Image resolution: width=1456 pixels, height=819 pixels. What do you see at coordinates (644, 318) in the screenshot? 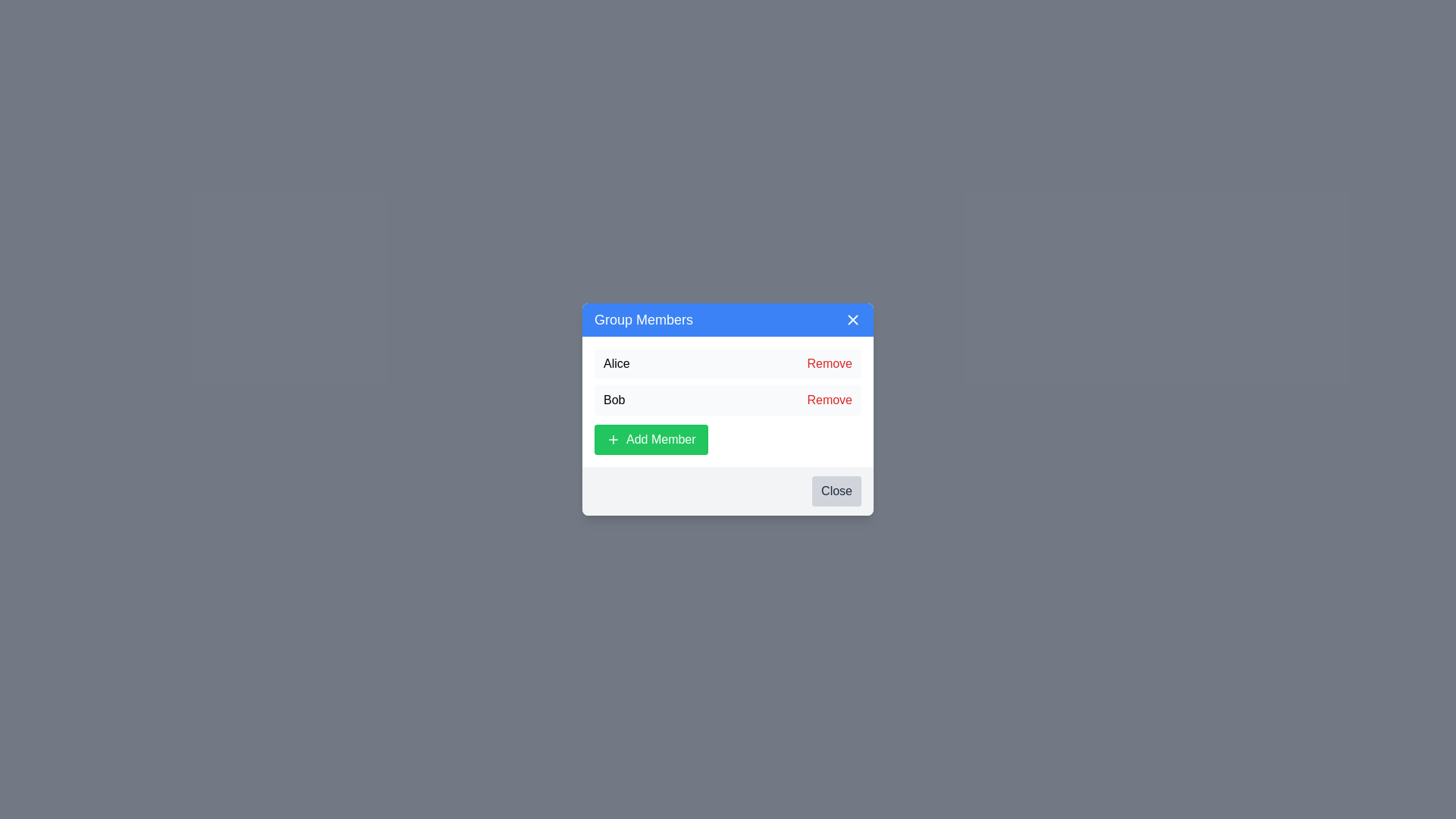
I see `text label displaying 'Group Members', which is styled in bold white font within a blue header section of a dialog box` at bounding box center [644, 318].